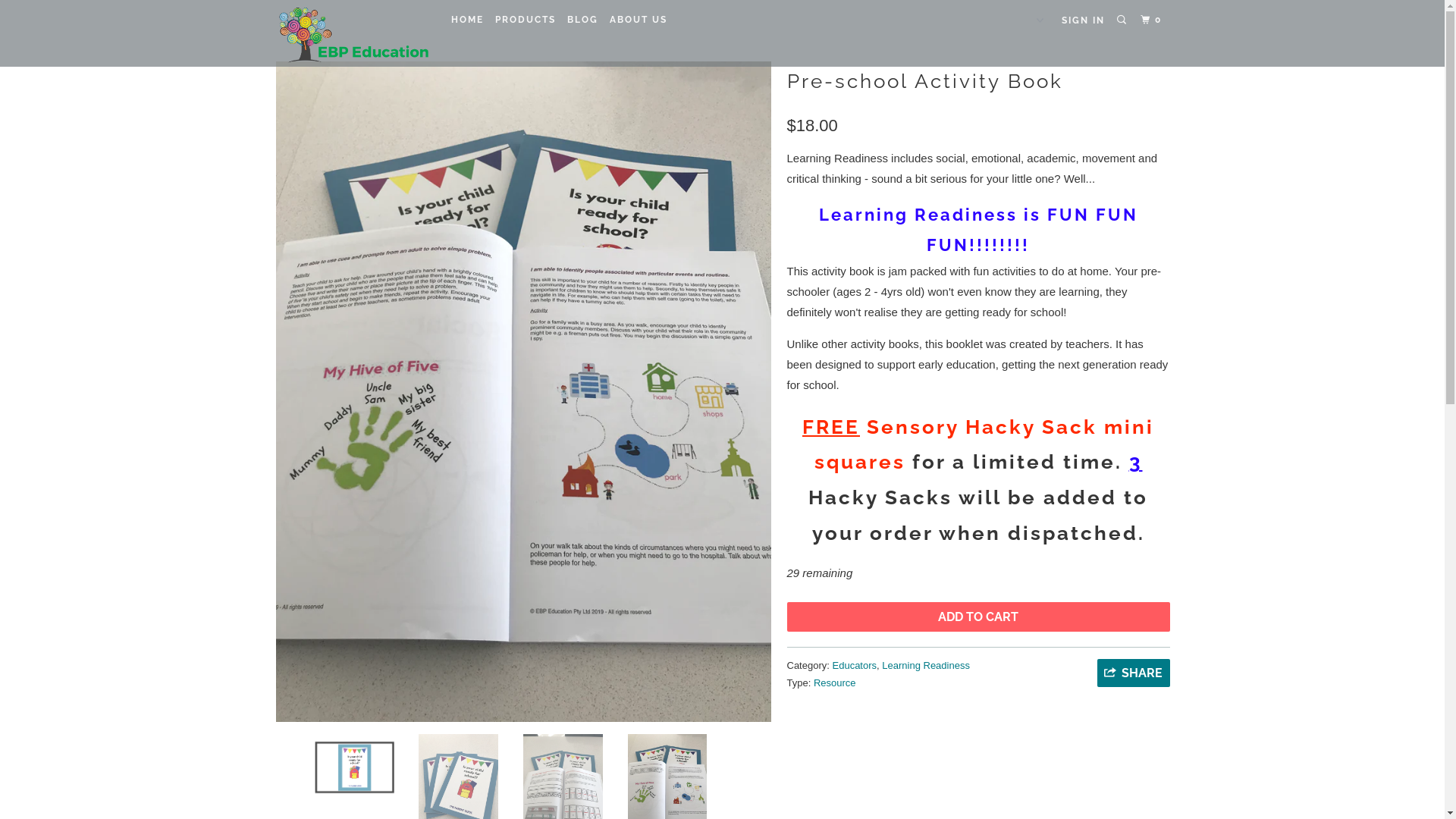 This screenshot has height=819, width=1456. I want to click on 'BLOG', so click(582, 20).